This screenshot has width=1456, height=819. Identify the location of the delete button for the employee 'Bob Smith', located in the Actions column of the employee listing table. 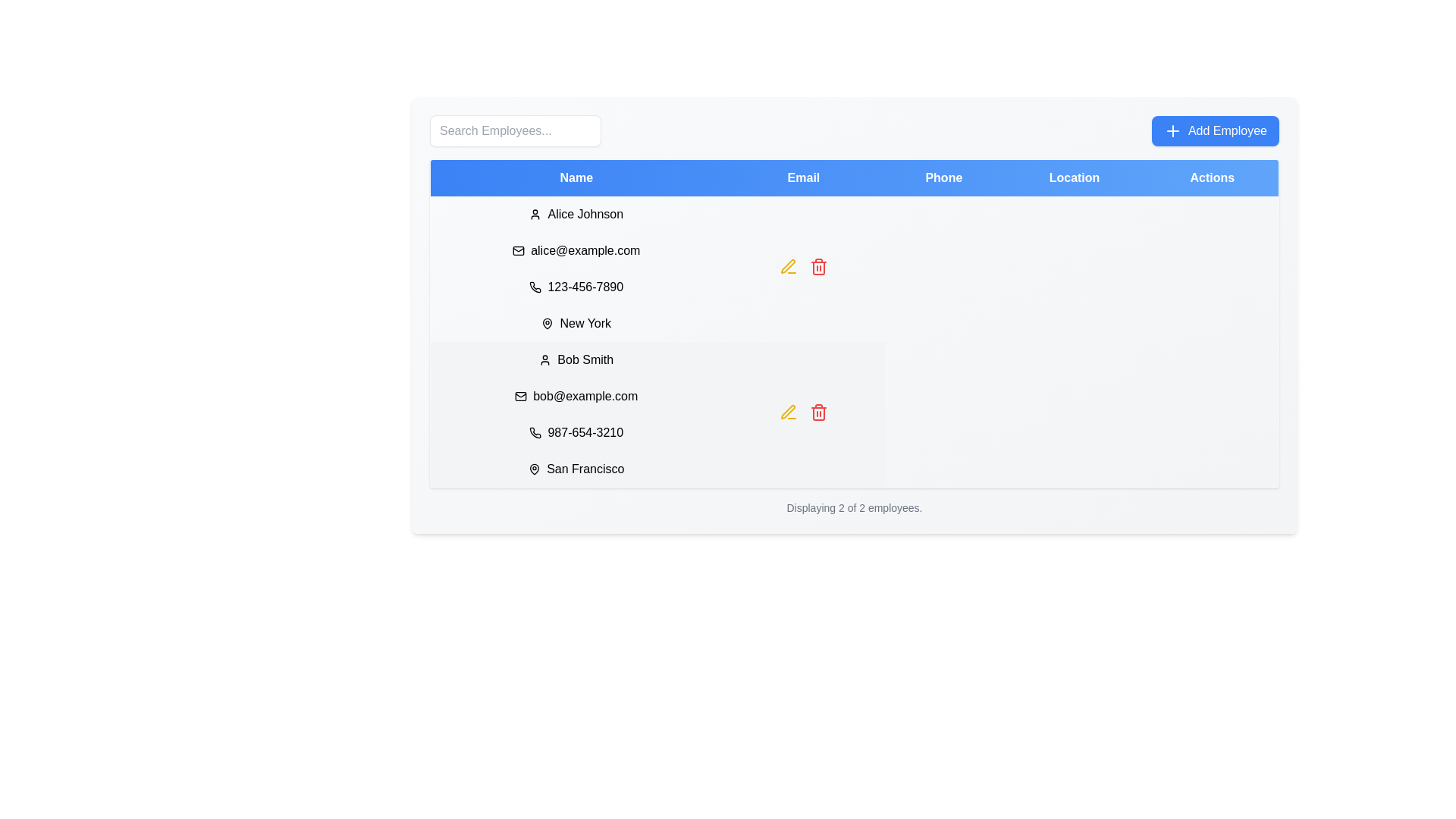
(818, 412).